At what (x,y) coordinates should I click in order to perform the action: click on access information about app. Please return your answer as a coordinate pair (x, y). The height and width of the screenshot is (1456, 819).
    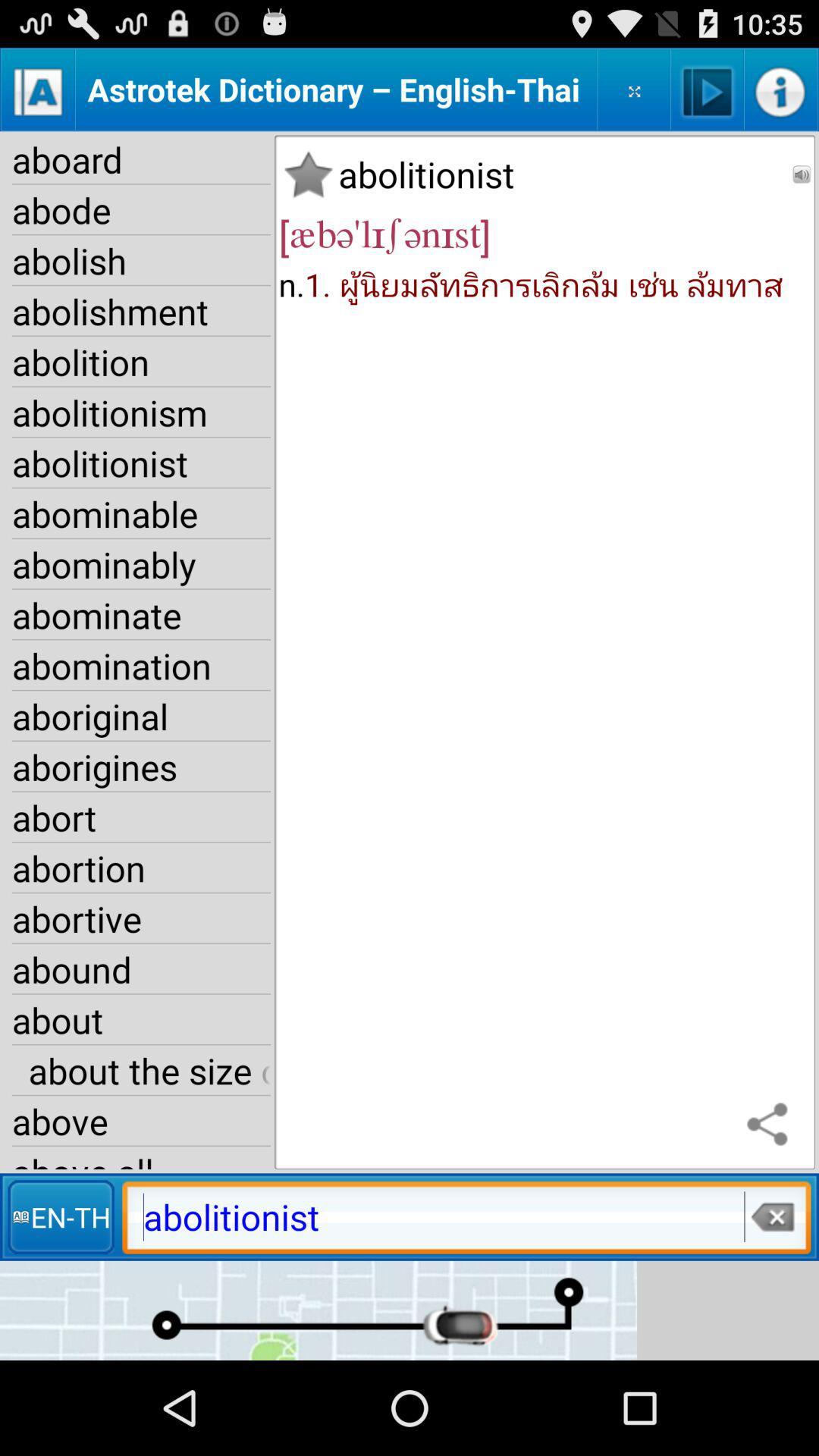
    Looking at the image, I should click on (780, 89).